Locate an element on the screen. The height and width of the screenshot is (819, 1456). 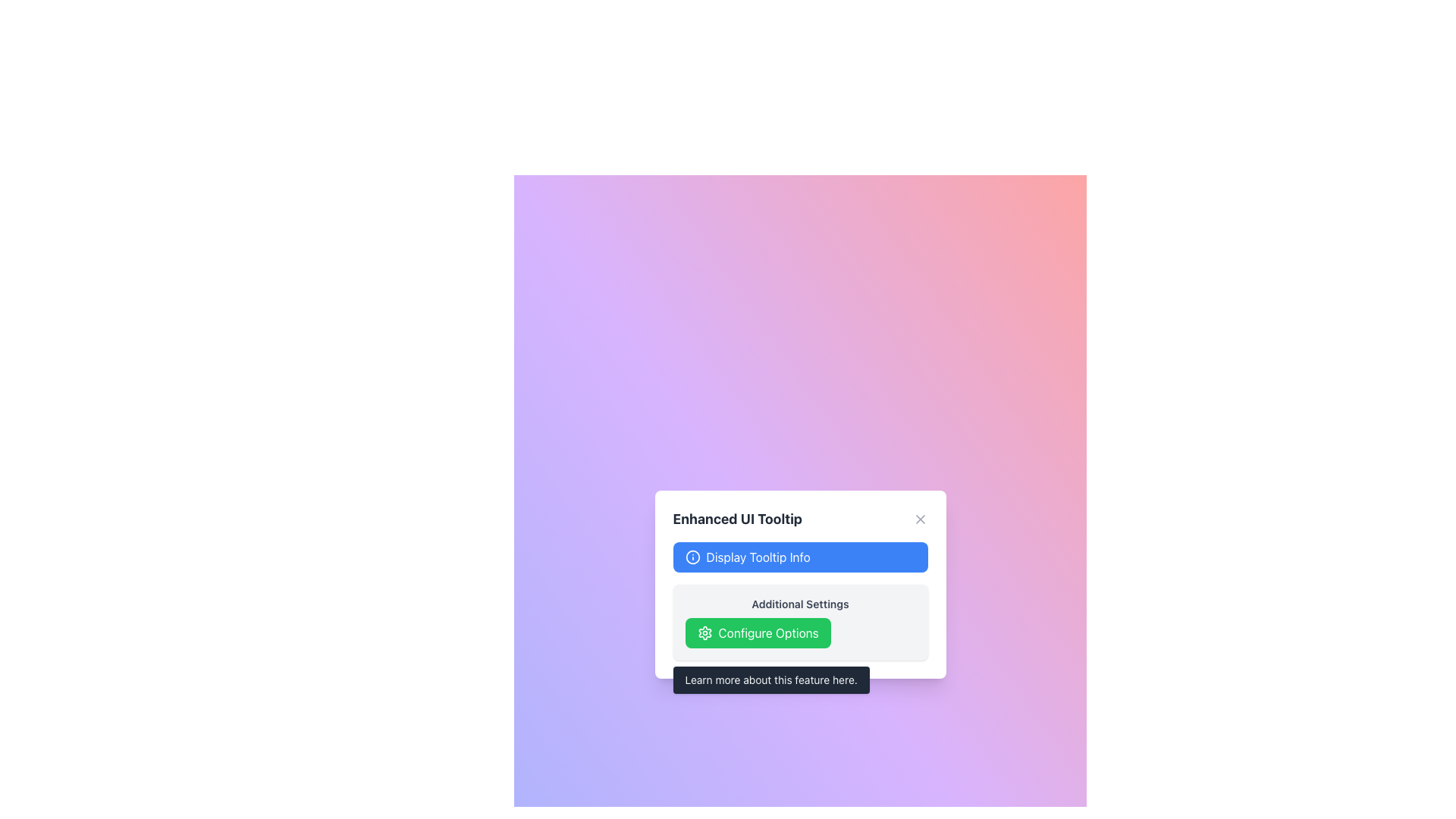
the close icon located at the top-right corner of the 'Enhanced UI Tooltip' is located at coordinates (919, 519).